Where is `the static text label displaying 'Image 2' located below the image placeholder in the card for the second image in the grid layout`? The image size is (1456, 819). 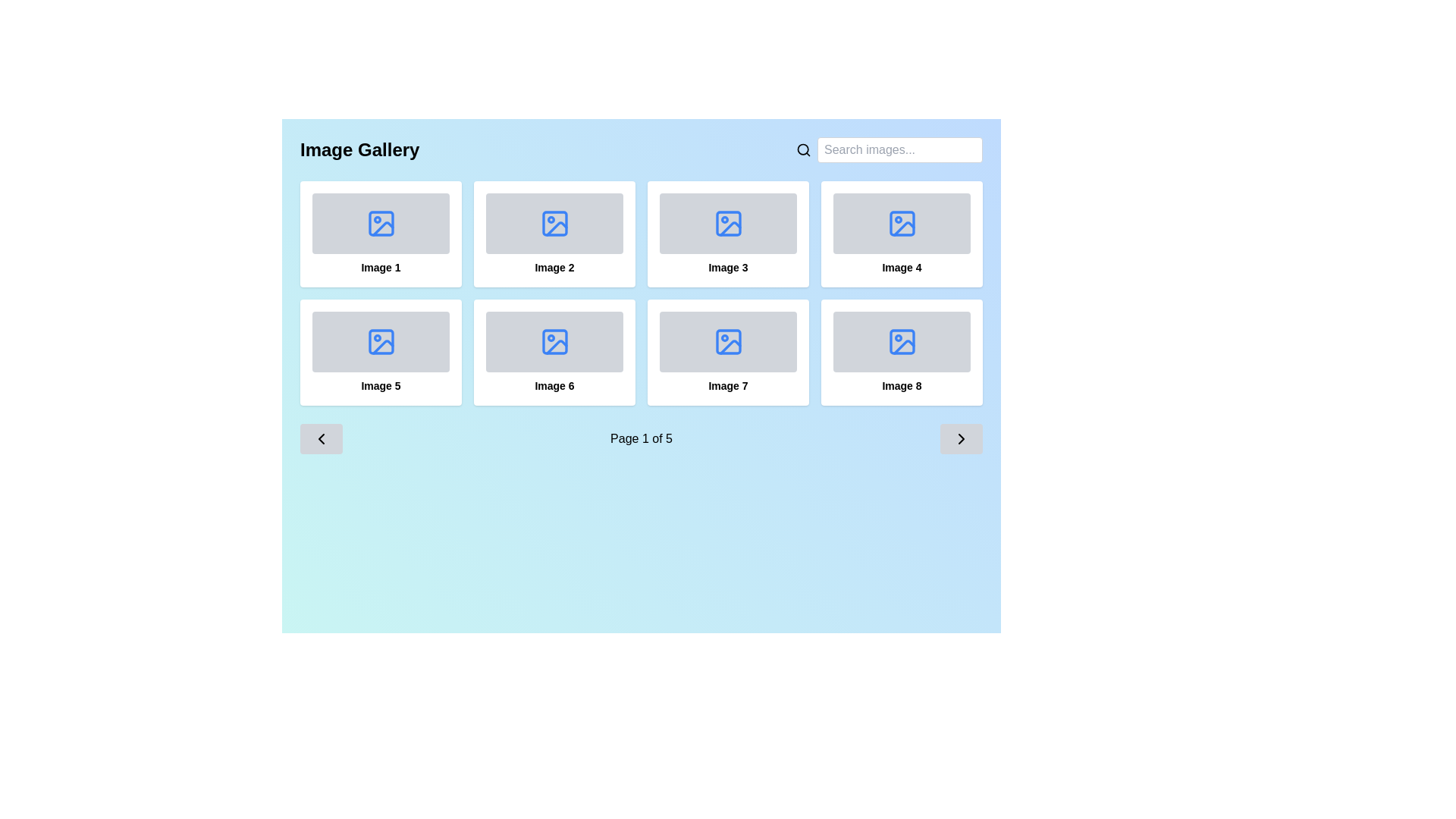
the static text label displaying 'Image 2' located below the image placeholder in the card for the second image in the grid layout is located at coordinates (554, 267).